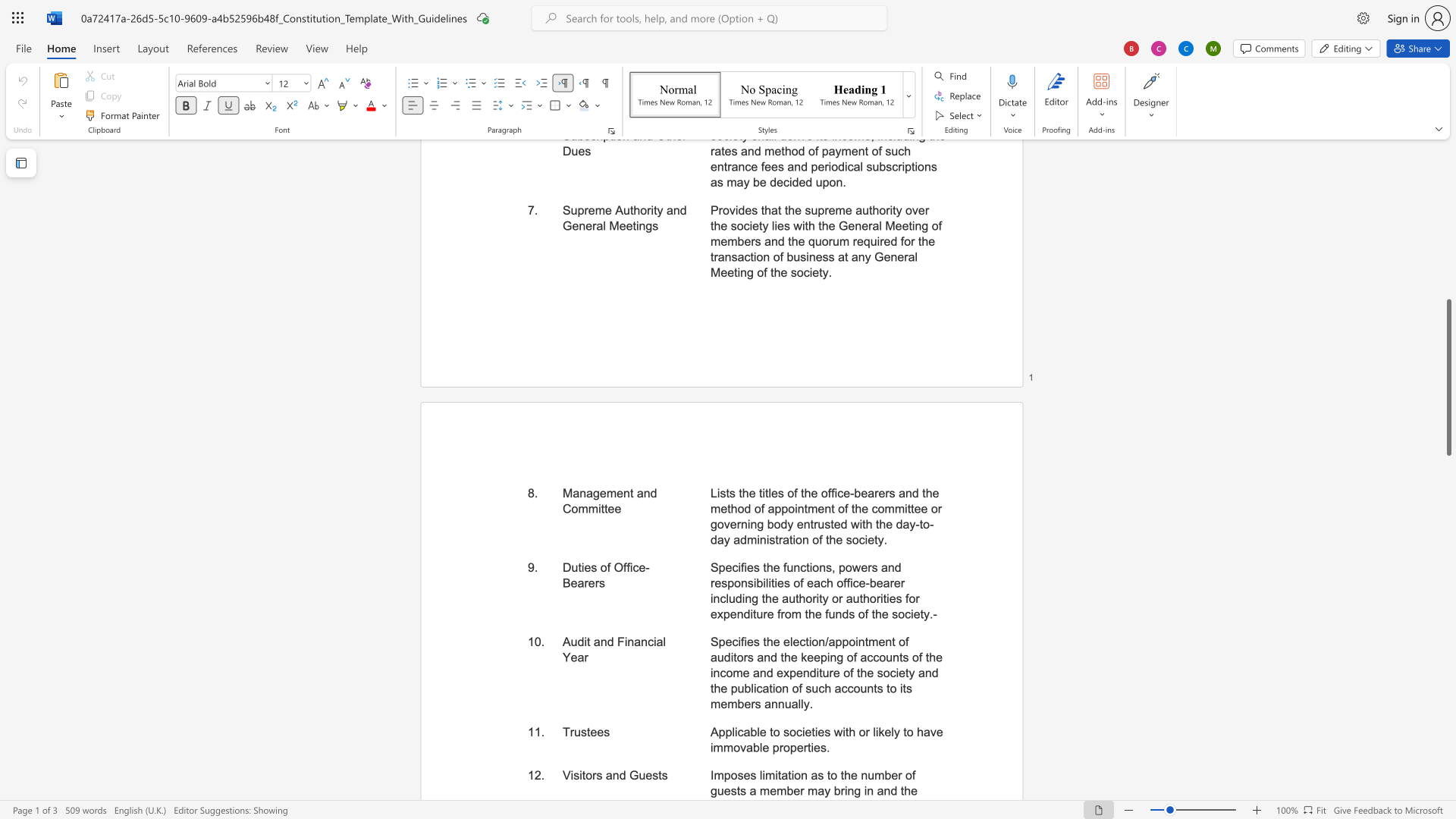 The width and height of the screenshot is (1456, 819). Describe the element at coordinates (1448, 242) in the screenshot. I see `the scrollbar to slide the page up` at that location.